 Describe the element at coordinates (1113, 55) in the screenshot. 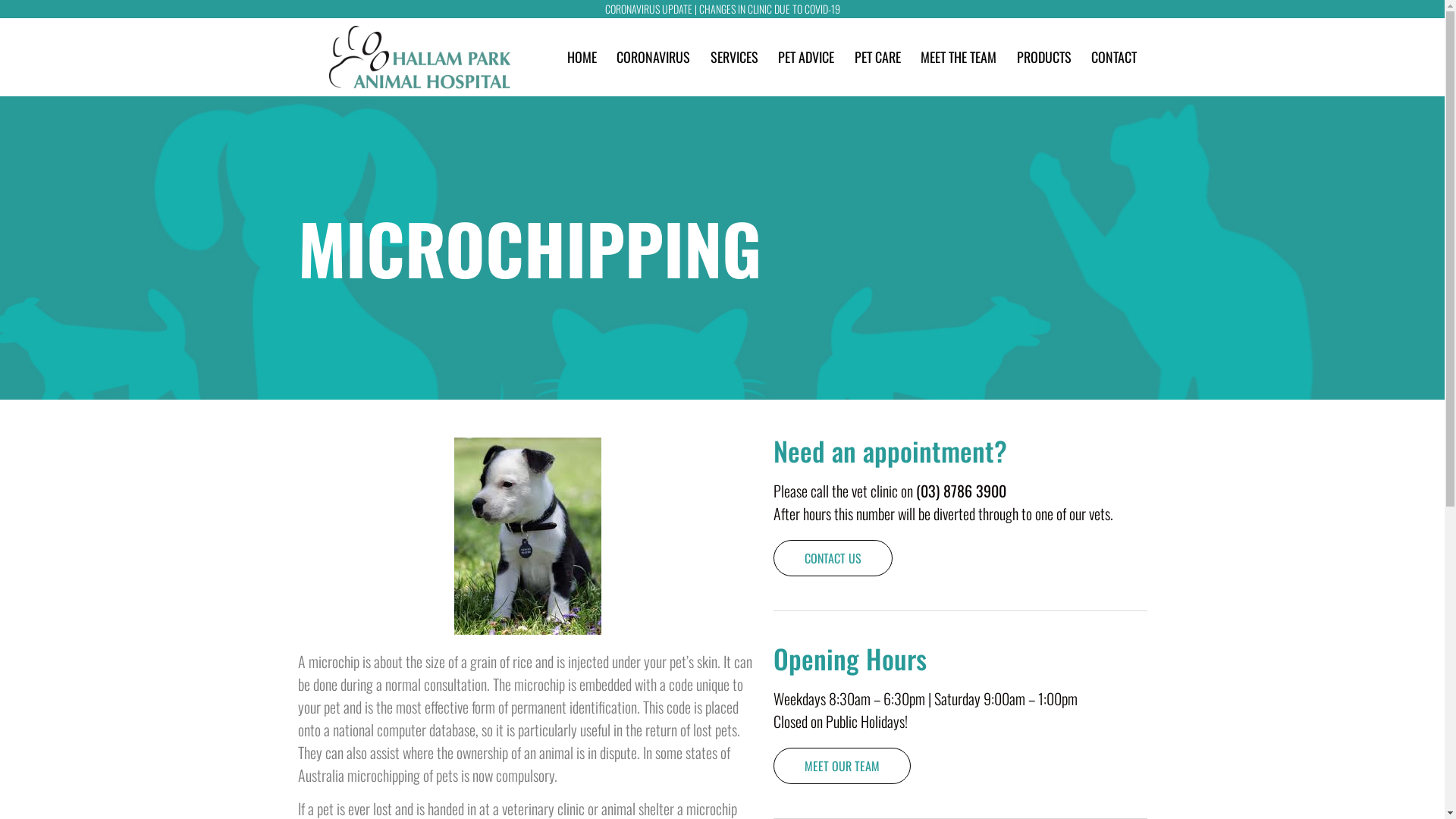

I see `'CONTACT'` at that location.